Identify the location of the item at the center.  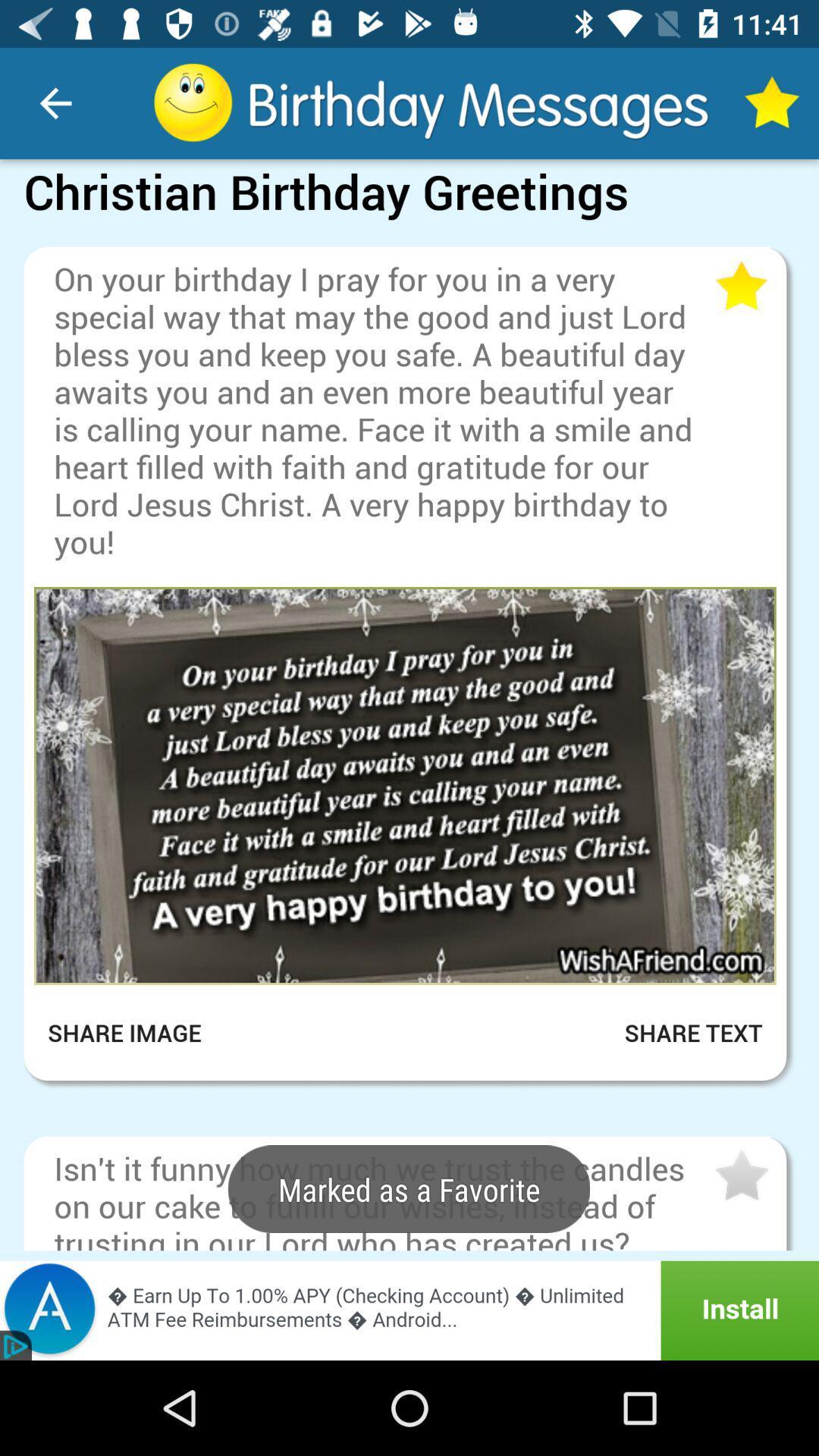
(404, 786).